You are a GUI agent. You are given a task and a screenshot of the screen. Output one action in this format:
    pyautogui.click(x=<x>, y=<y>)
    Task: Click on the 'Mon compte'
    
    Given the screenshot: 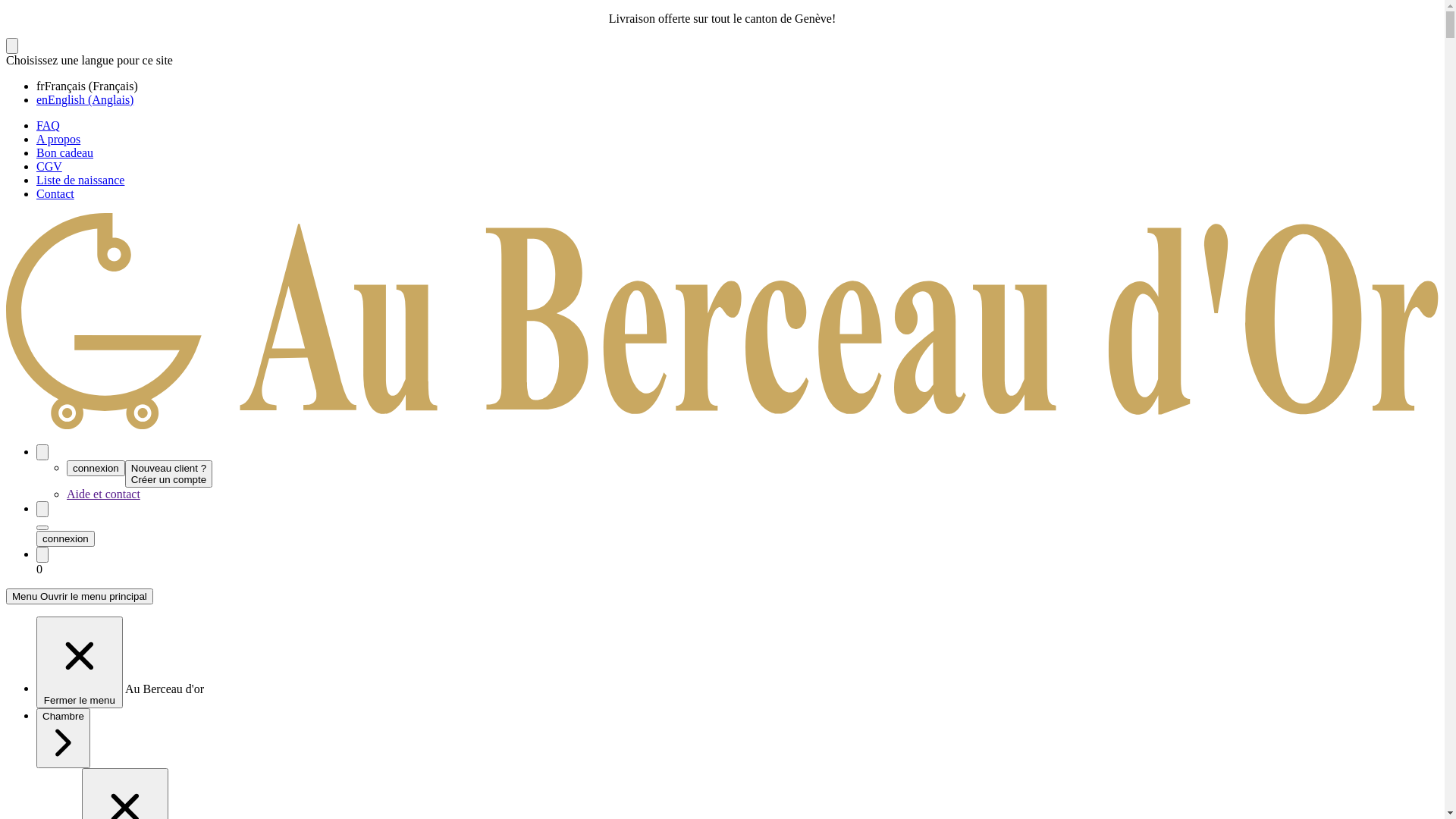 What is the action you would take?
    pyautogui.click(x=42, y=451)
    